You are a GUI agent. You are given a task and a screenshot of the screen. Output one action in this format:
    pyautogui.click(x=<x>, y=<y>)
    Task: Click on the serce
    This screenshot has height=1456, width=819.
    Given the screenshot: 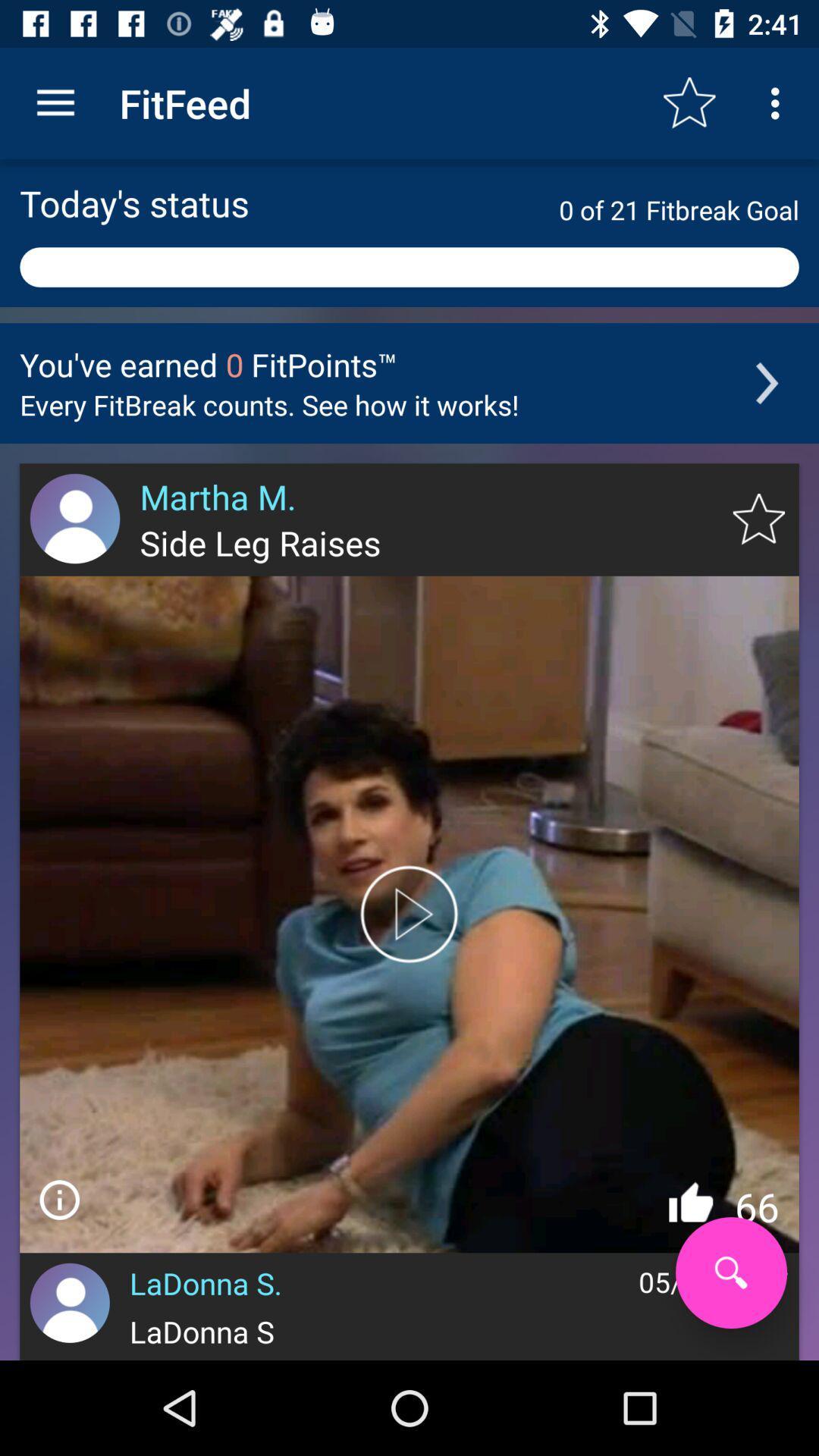 What is the action you would take?
    pyautogui.click(x=730, y=1272)
    